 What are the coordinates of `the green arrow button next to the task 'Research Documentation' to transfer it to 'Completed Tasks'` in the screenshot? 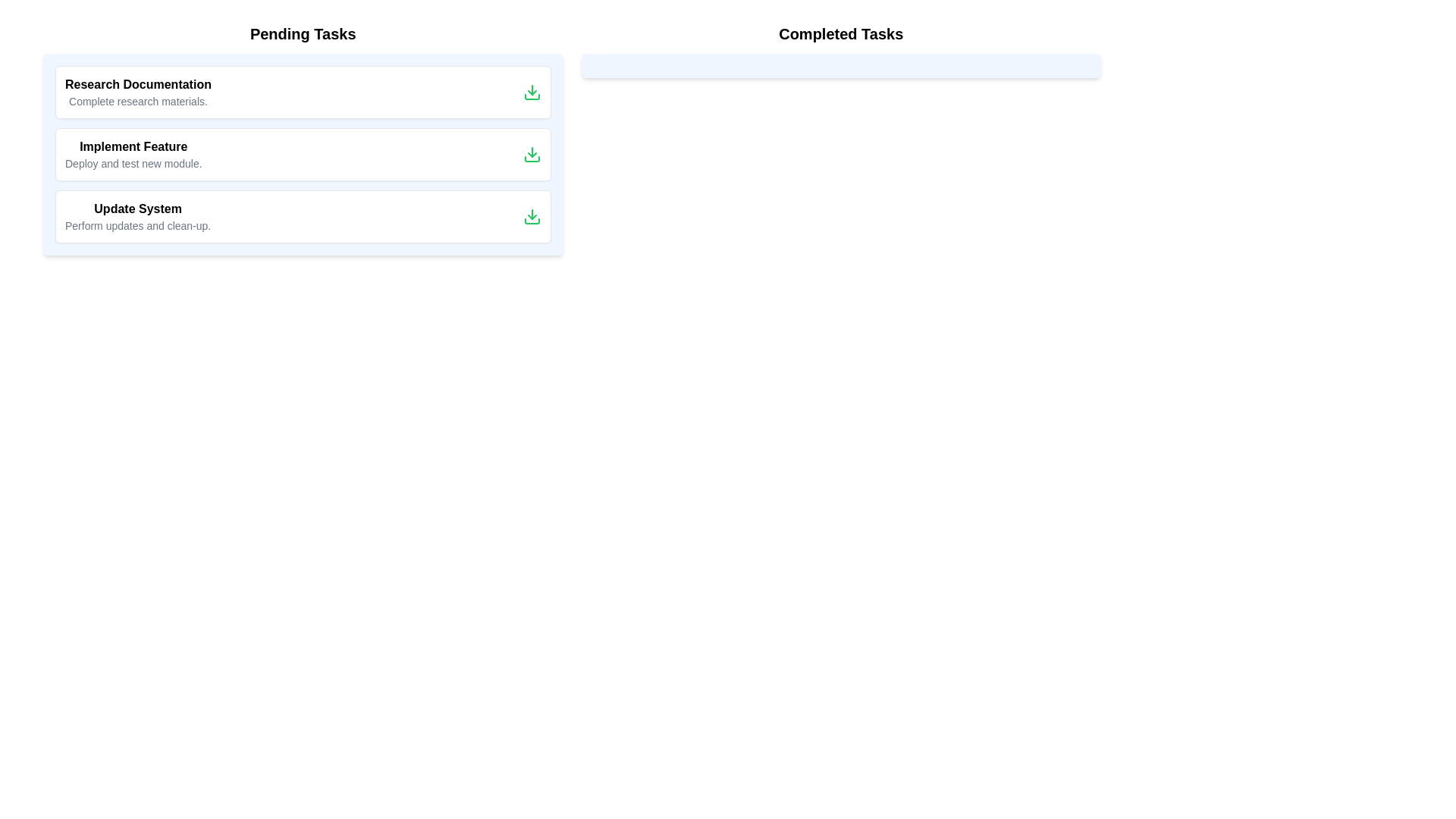 It's located at (532, 93).